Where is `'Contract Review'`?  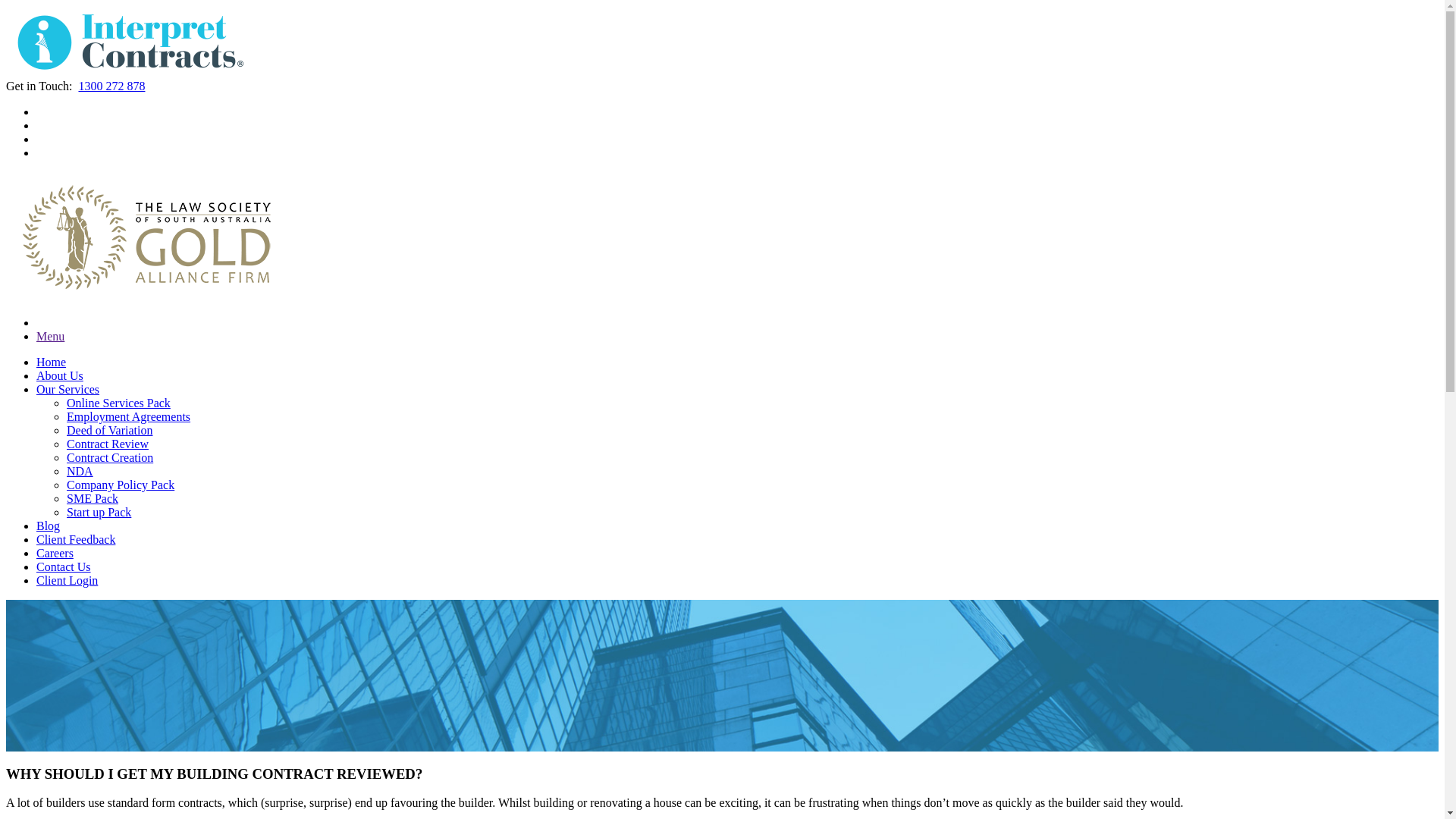 'Contract Review' is located at coordinates (107, 444).